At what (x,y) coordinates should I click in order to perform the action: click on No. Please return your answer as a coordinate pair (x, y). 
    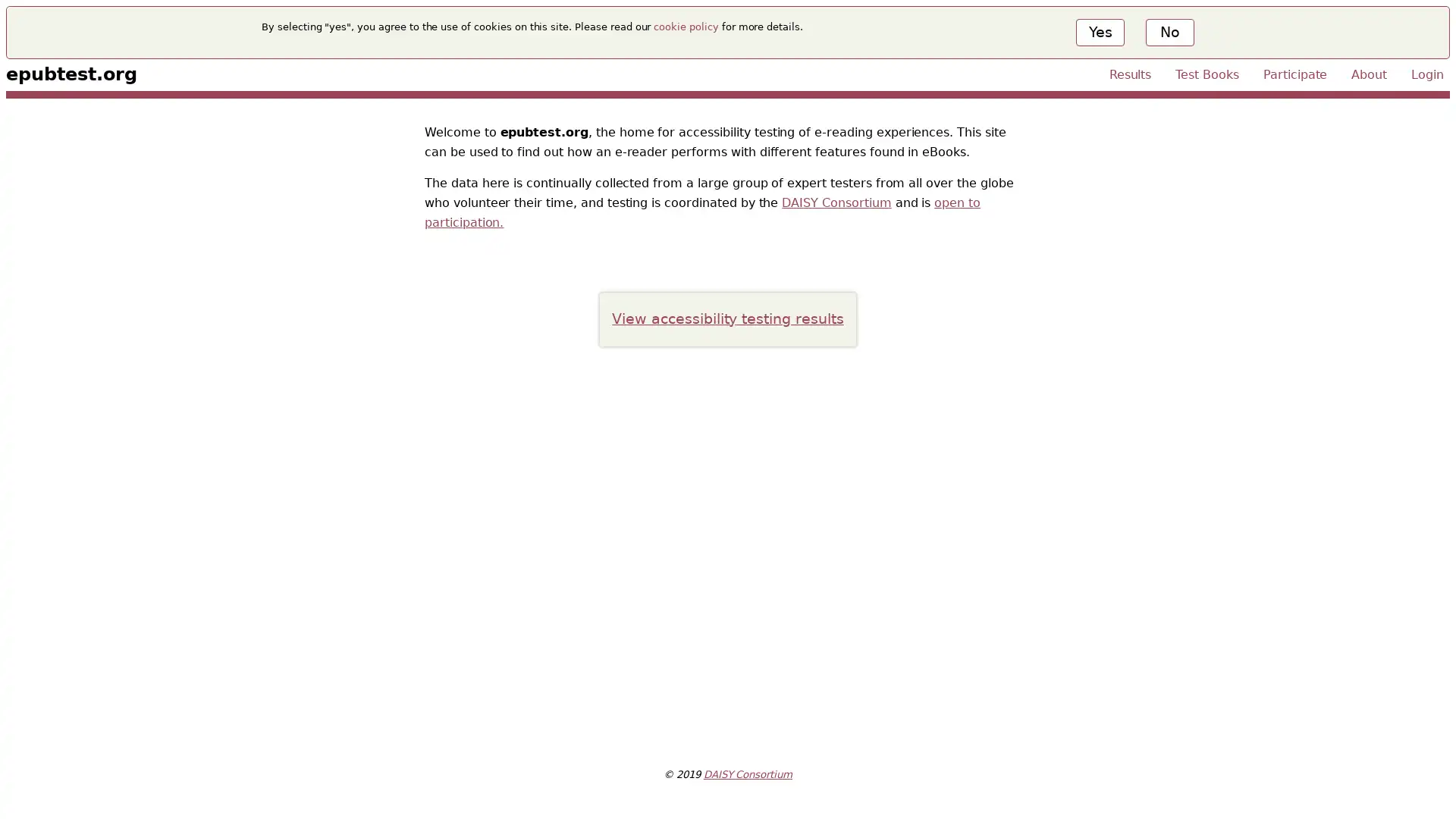
    Looking at the image, I should click on (1168, 32).